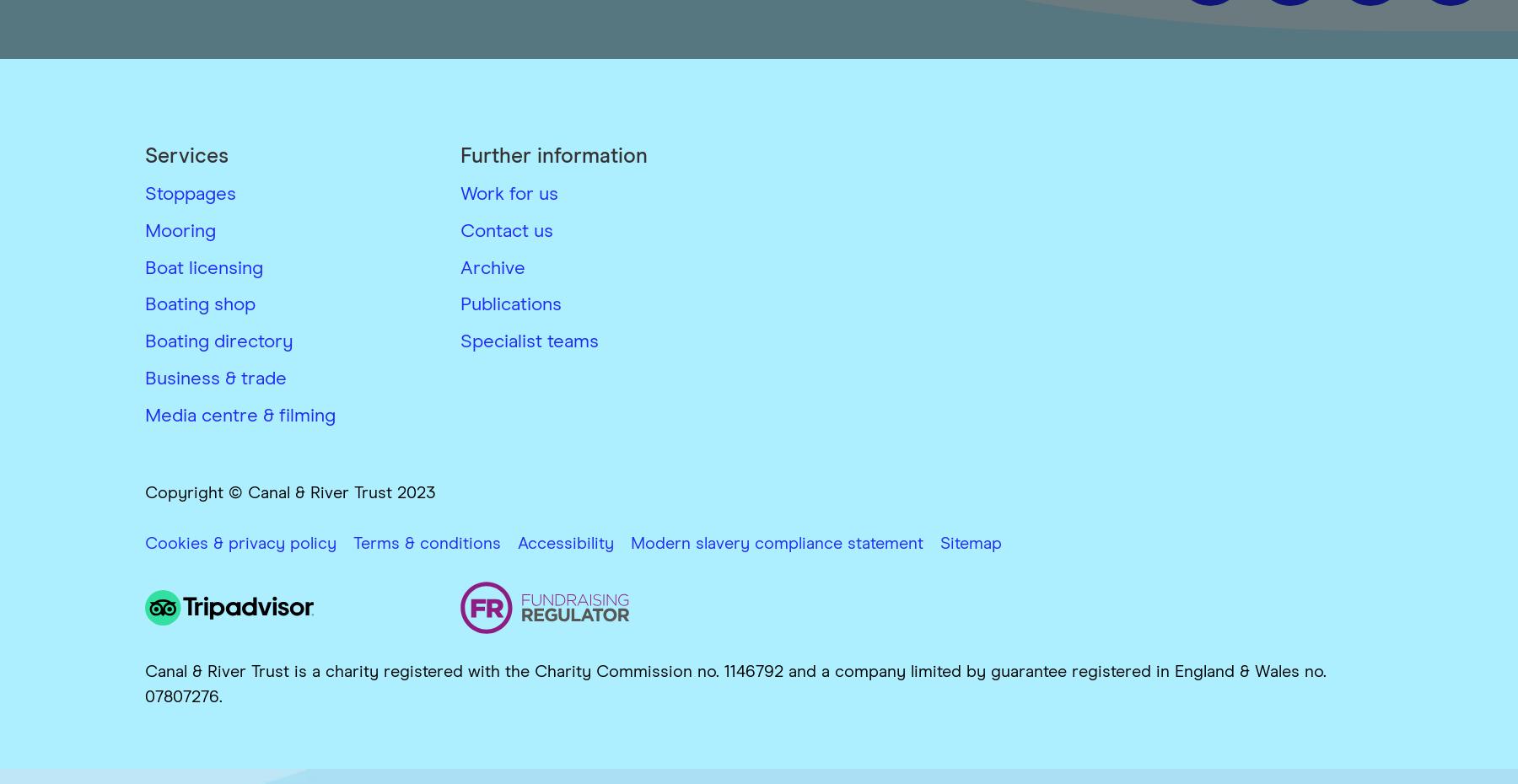 This screenshot has width=1518, height=784. What do you see at coordinates (202, 266) in the screenshot?
I see `'Boat licensing'` at bounding box center [202, 266].